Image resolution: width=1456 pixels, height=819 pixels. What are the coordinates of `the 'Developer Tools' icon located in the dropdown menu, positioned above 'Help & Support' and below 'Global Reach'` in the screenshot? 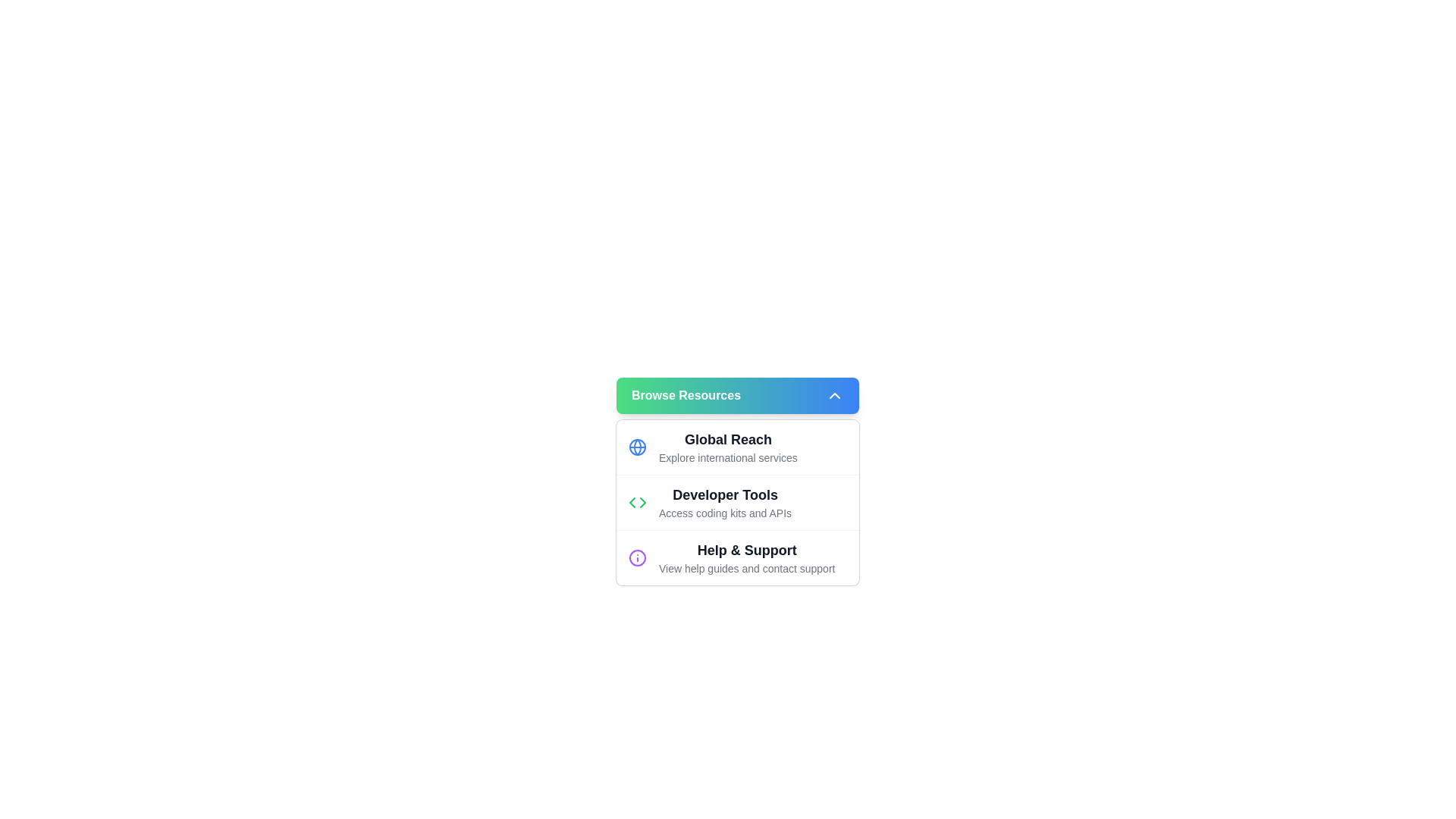 It's located at (637, 503).